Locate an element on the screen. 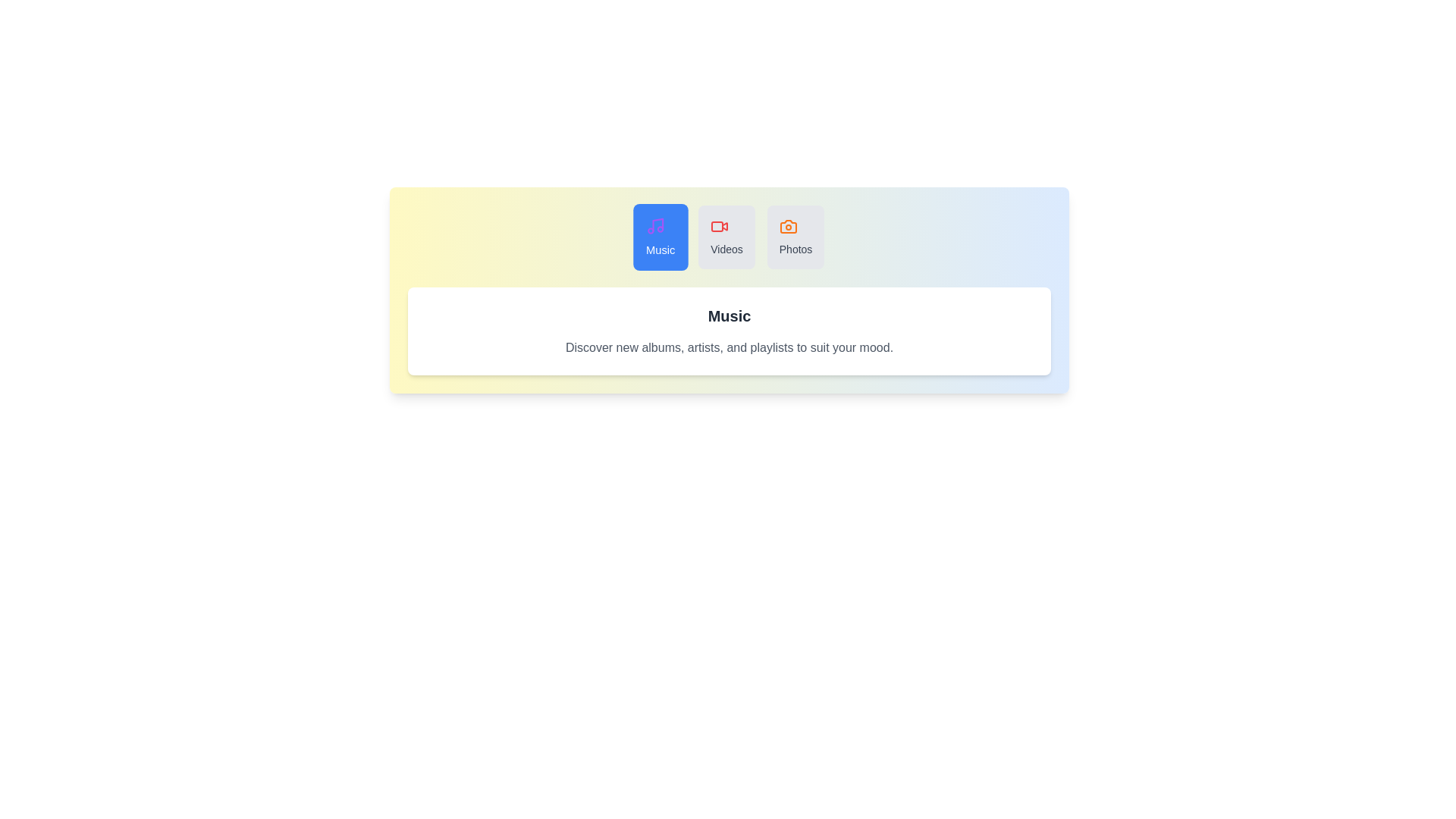 This screenshot has height=819, width=1456. the Music tab in the MultimediaTabs component is located at coordinates (660, 237).